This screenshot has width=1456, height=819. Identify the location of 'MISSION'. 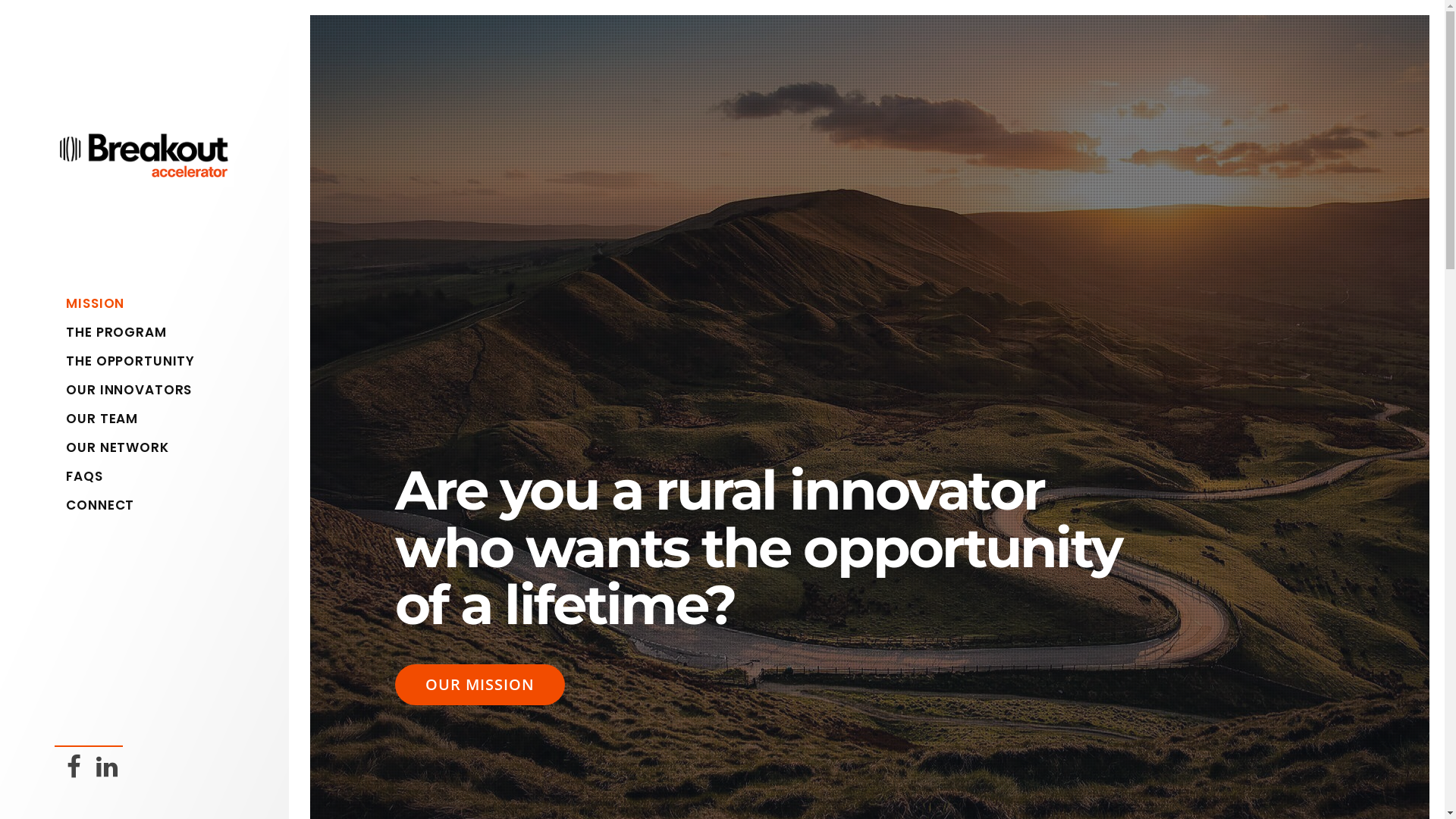
(149, 303).